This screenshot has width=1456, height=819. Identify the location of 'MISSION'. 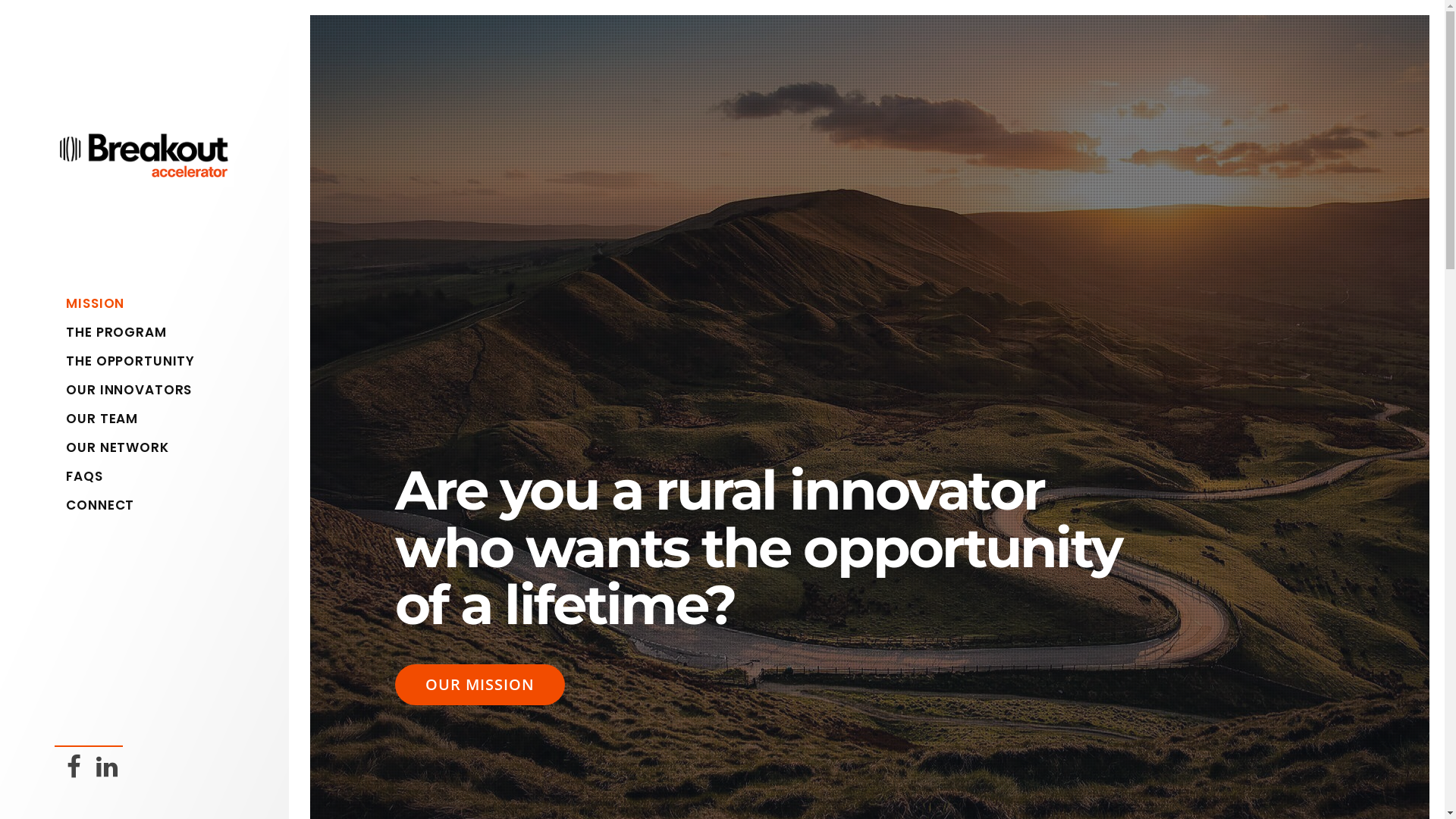
(149, 303).